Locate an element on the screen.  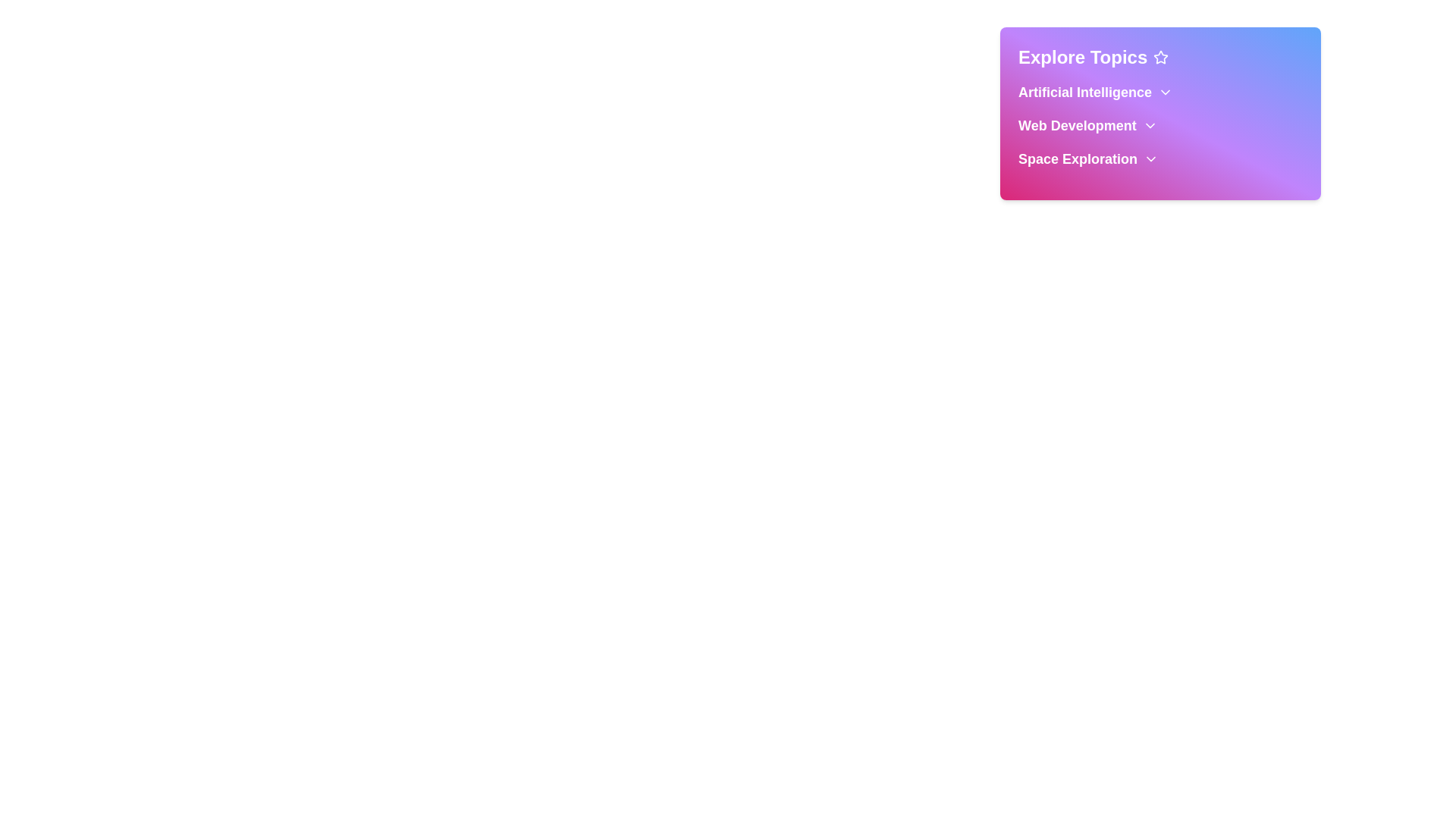
the text label that reads 'Web Development', which is styled with a bold font and positioned on a vibrant gradient background, located in a dropdown menu under 'Explore Topics' is located at coordinates (1076, 124).